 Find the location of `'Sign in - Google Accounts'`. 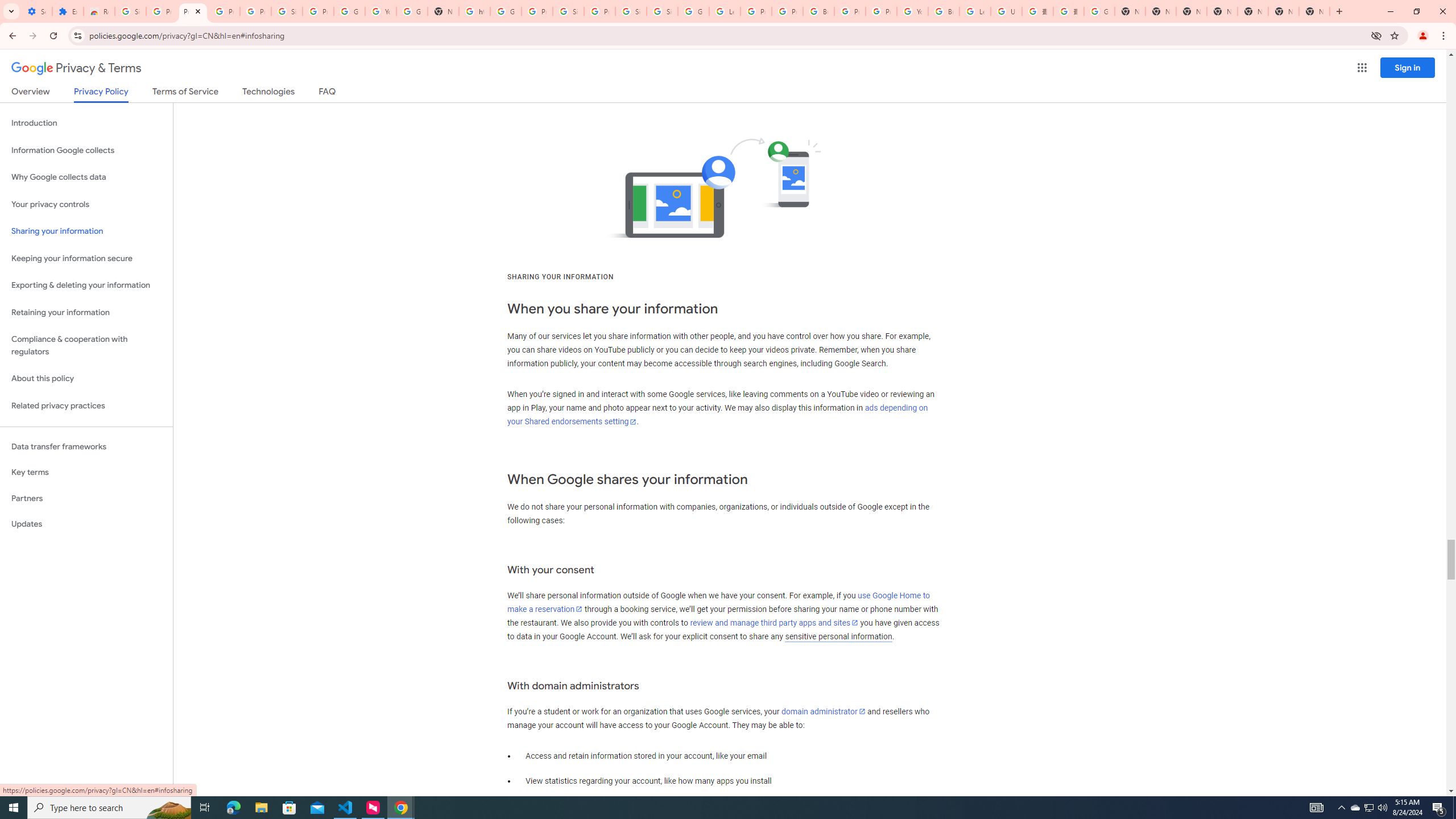

'Sign in - Google Accounts' is located at coordinates (630, 11).